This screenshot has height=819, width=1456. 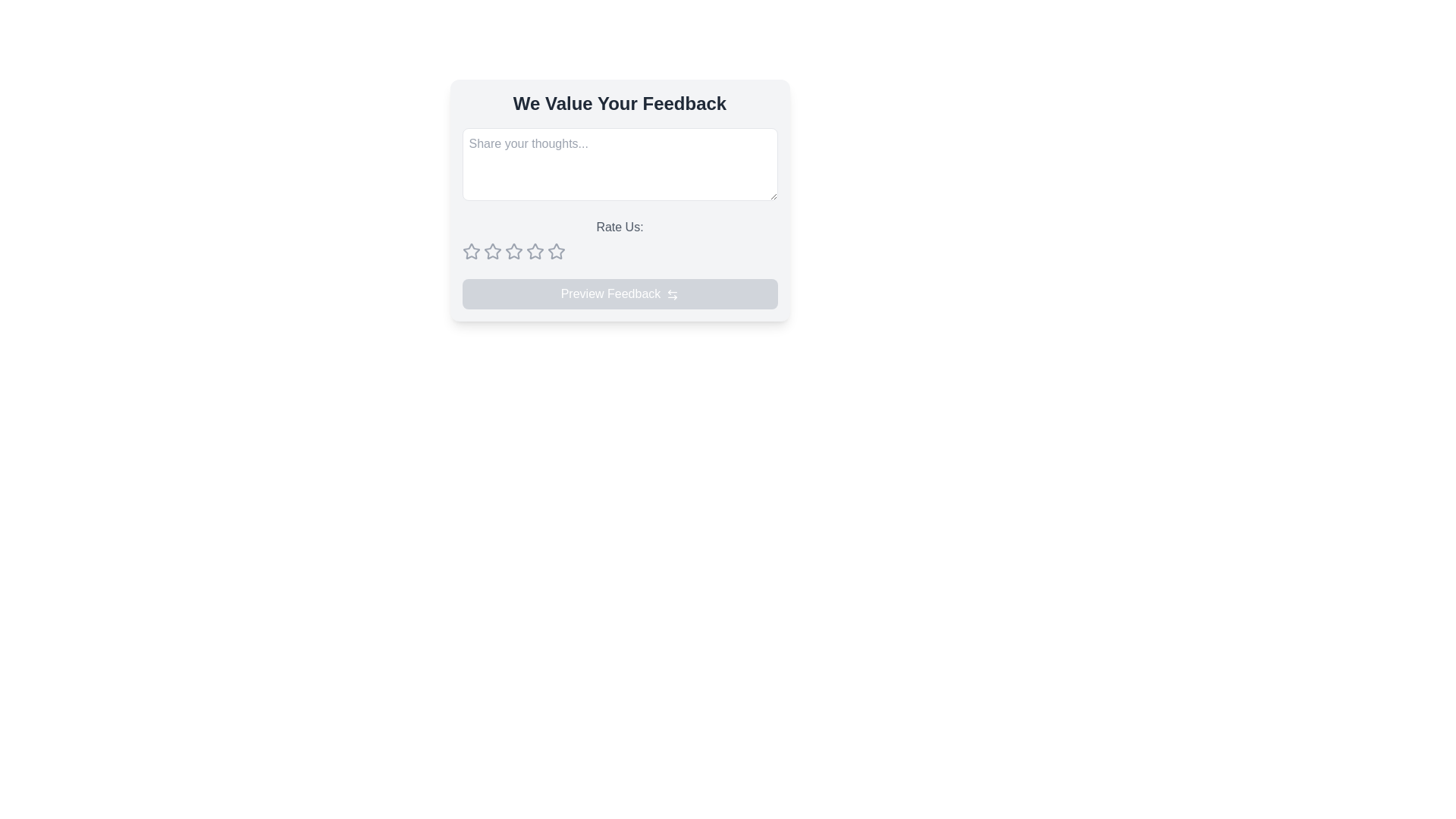 I want to click on the third star-shaped icon in the rating system, so click(x=513, y=250).